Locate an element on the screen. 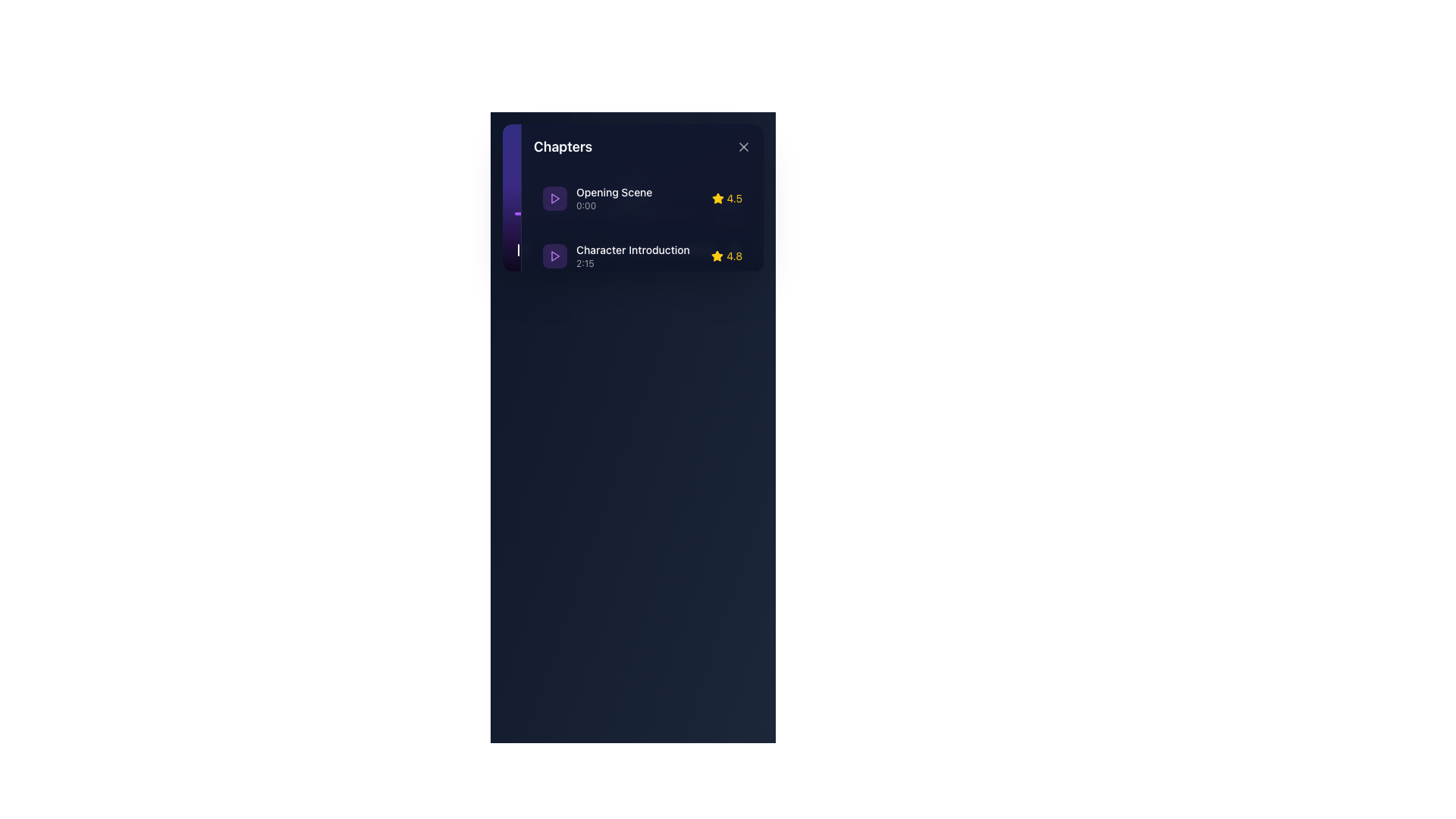 This screenshot has width=1456, height=819. the 'Character Introduction' text in the second list item under the 'Chapters' section is located at coordinates (616, 256).